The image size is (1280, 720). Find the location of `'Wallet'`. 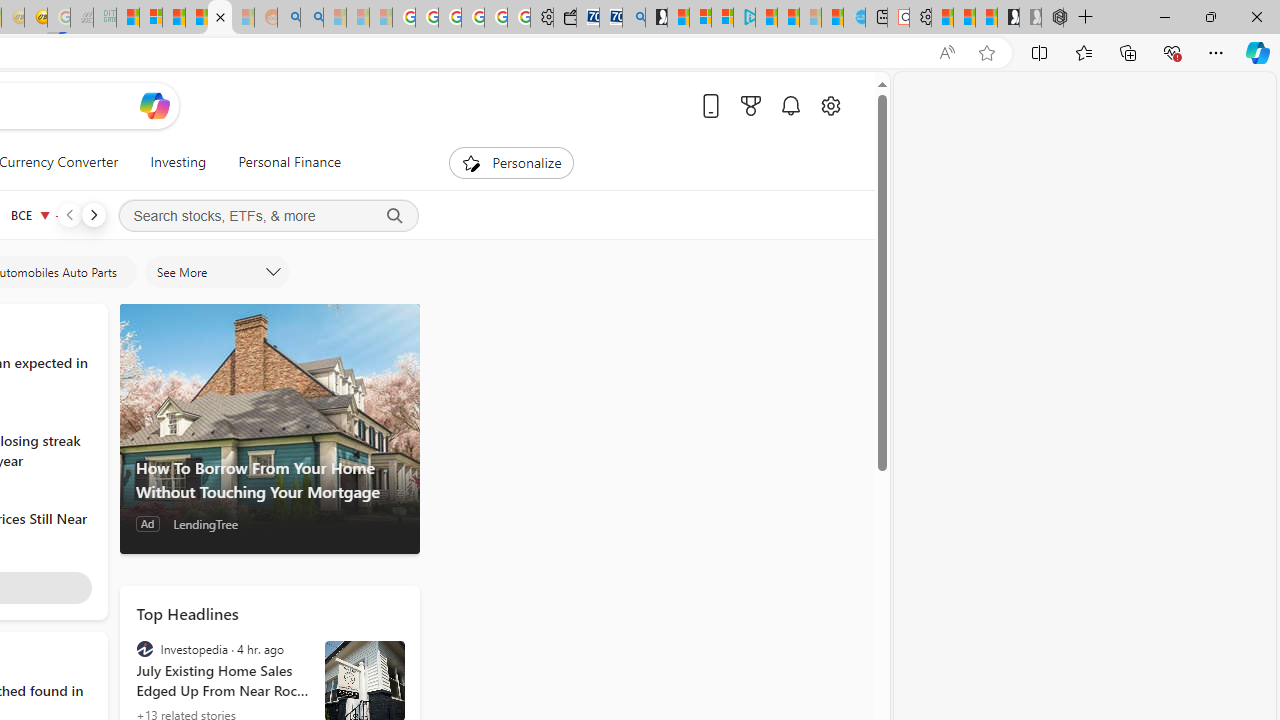

'Wallet' is located at coordinates (564, 17).